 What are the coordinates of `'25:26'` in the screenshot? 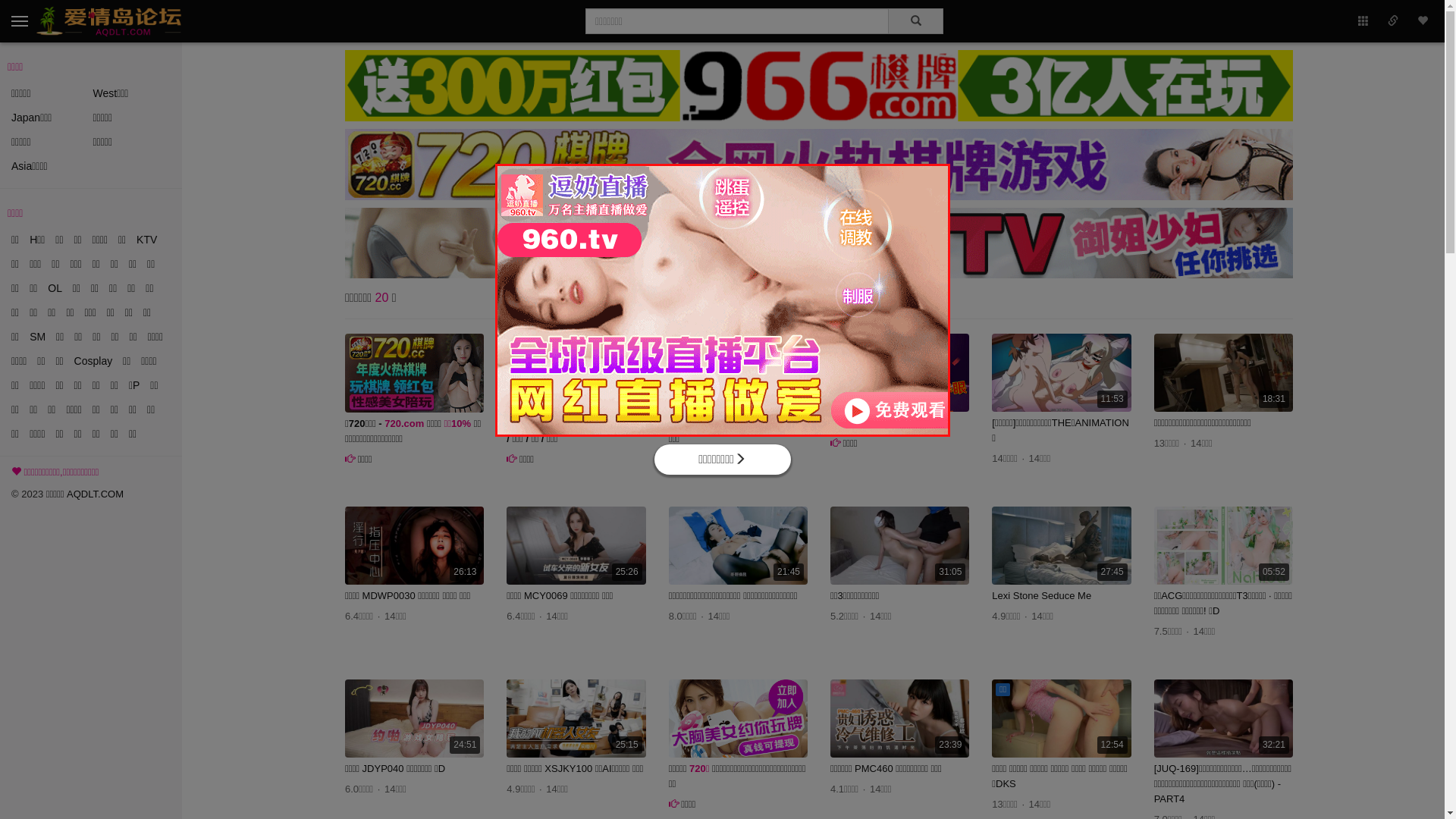 It's located at (506, 544).